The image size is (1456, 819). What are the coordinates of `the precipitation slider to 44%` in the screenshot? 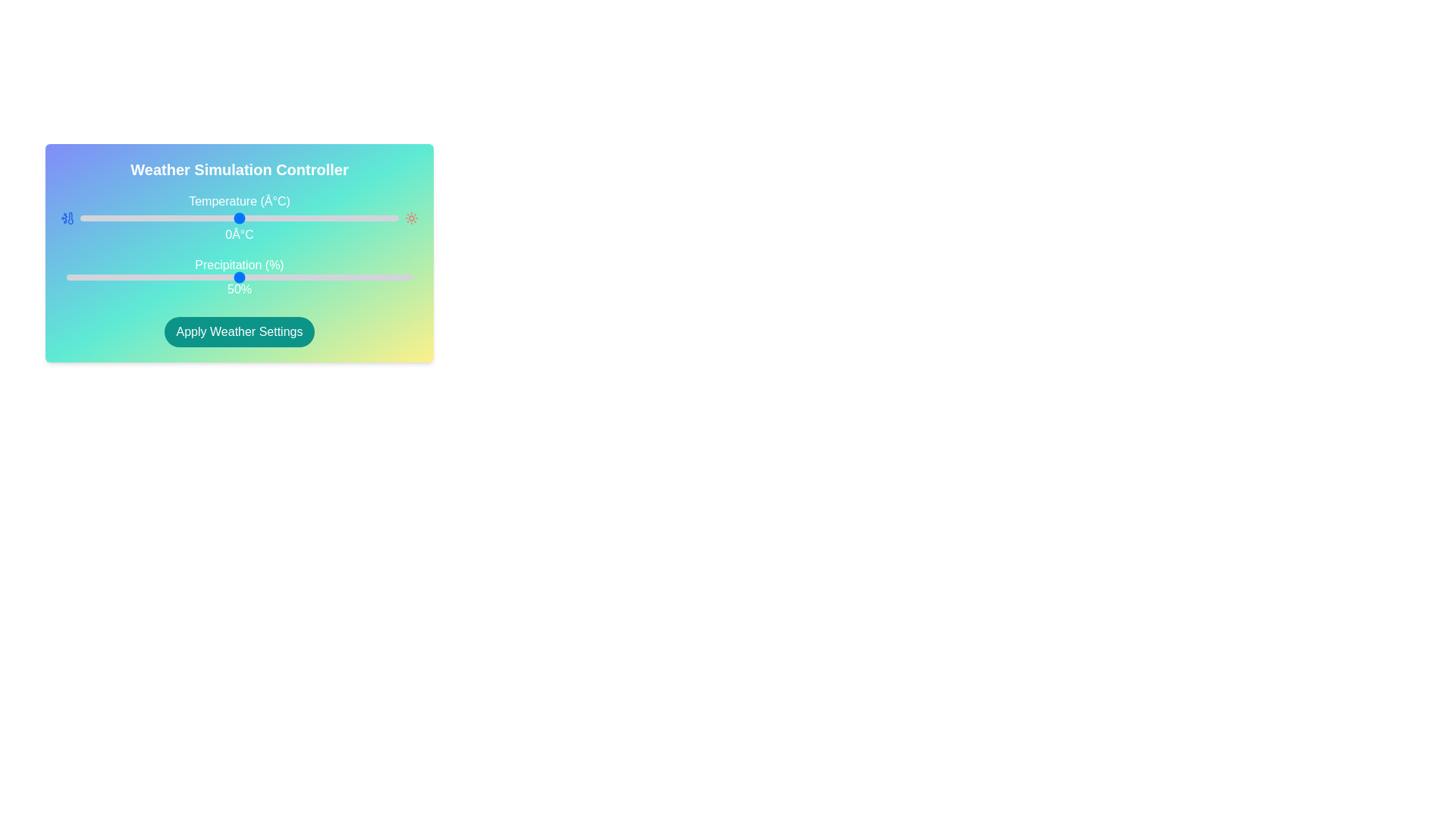 It's located at (218, 278).